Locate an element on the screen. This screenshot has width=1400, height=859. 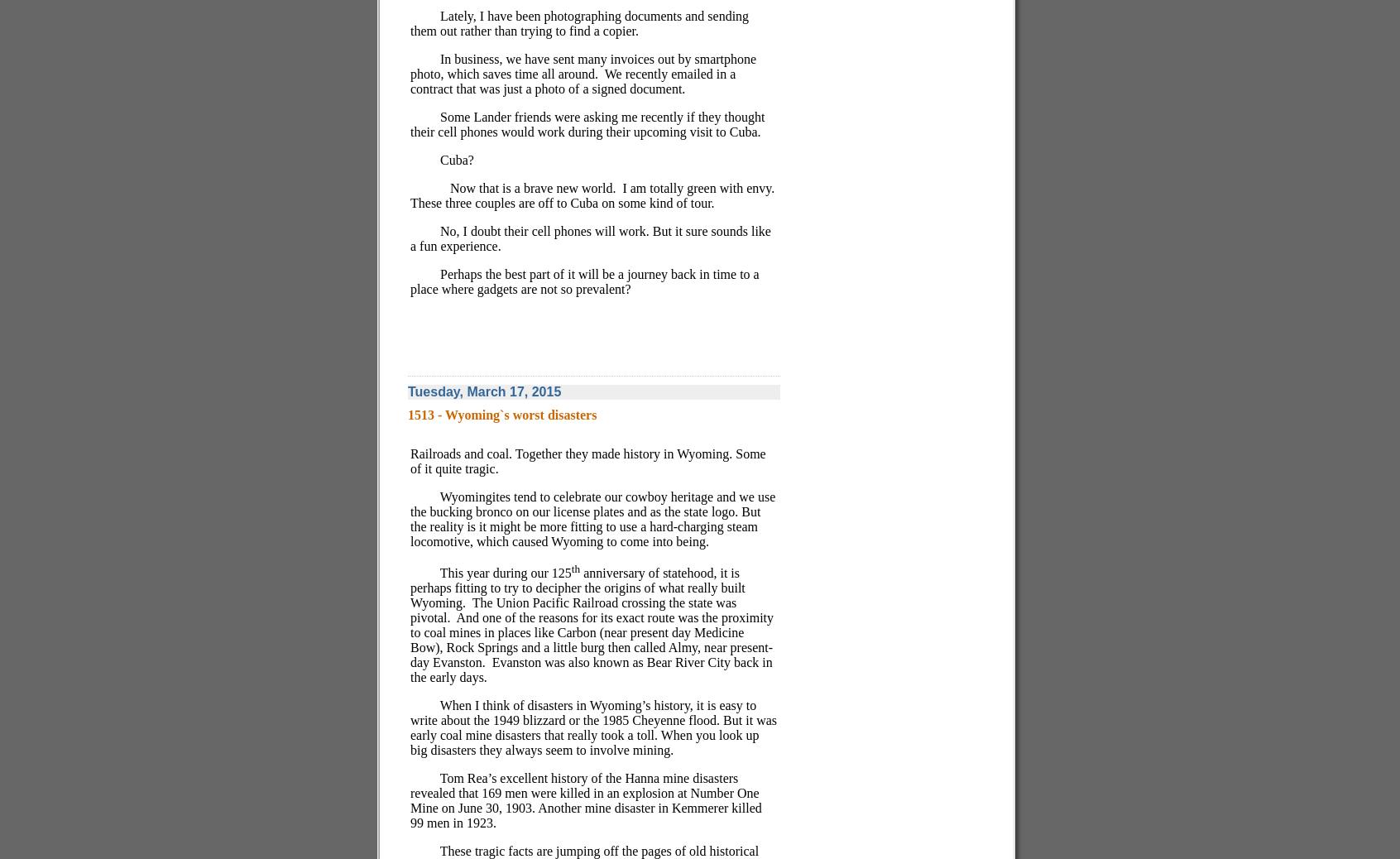
'Perhaps the
best part of it will be a journey back in time to a place where gadgets are not
so prevalent?' is located at coordinates (583, 281).